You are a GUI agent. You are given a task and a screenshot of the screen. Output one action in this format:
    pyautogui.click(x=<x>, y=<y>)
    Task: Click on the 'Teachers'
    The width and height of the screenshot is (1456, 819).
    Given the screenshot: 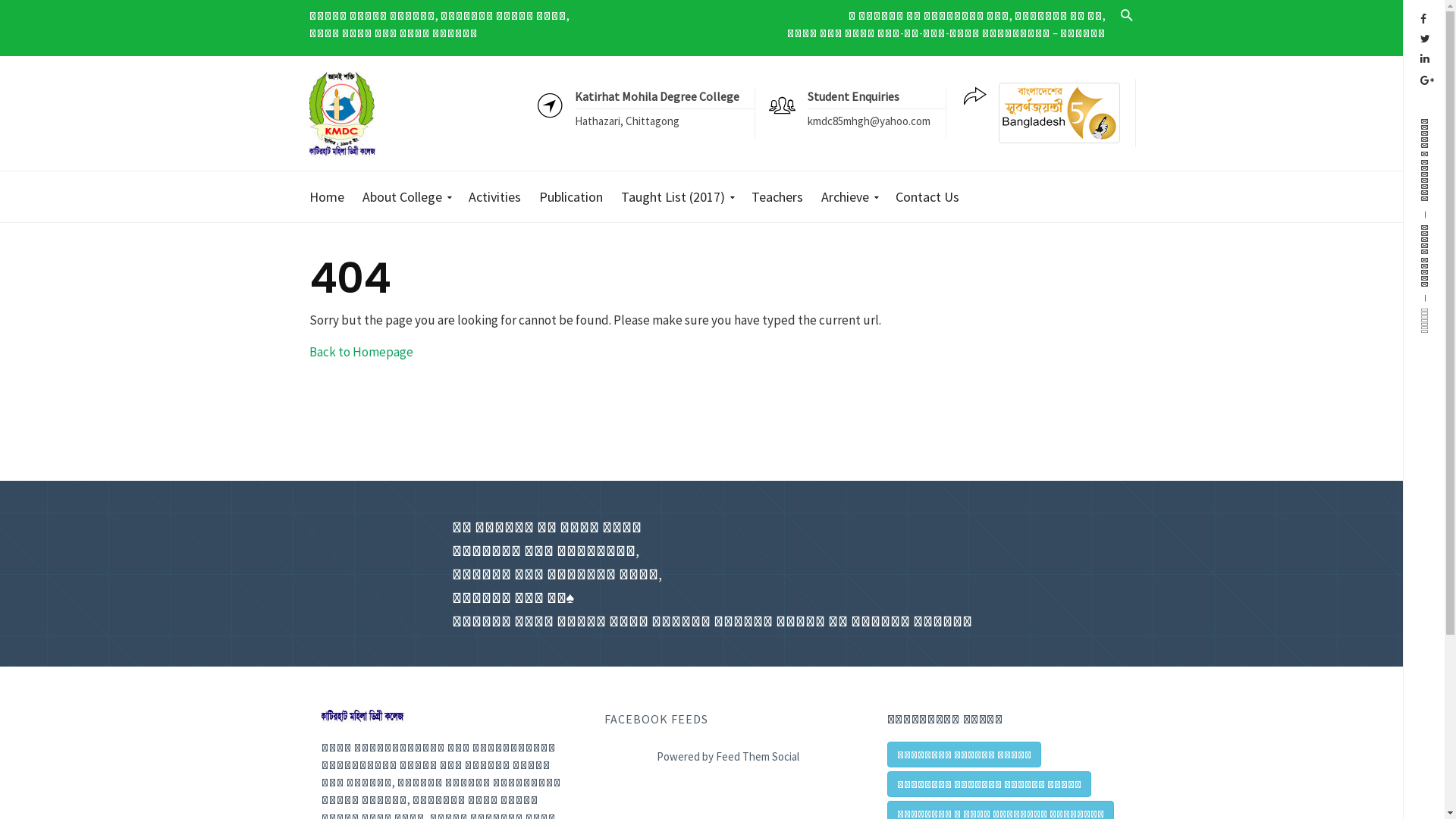 What is the action you would take?
    pyautogui.click(x=777, y=196)
    